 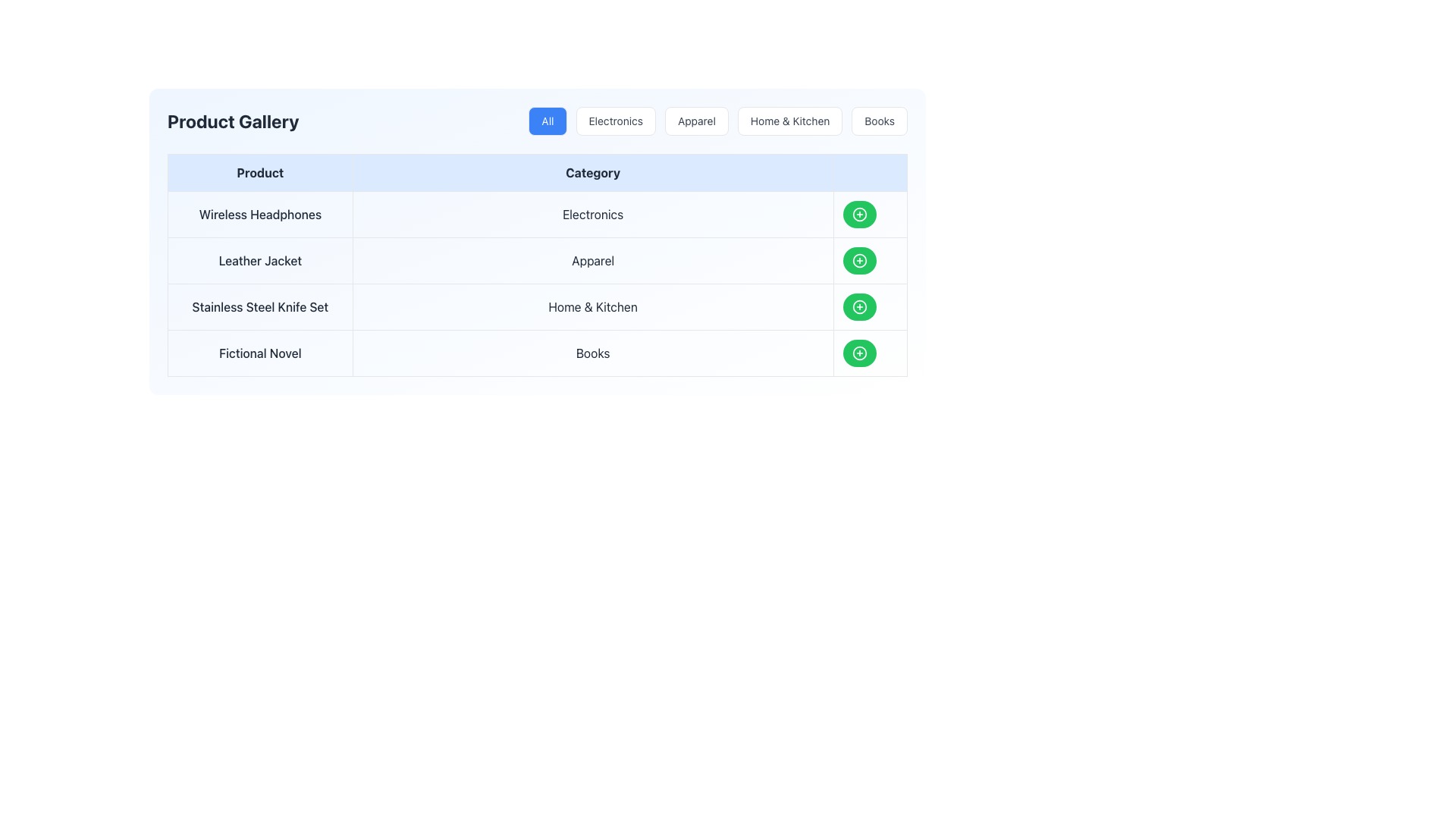 I want to click on the add-to button located in the last row of the table under the 'Category' column for the 'Home & Kitchen' product category, so click(x=859, y=307).